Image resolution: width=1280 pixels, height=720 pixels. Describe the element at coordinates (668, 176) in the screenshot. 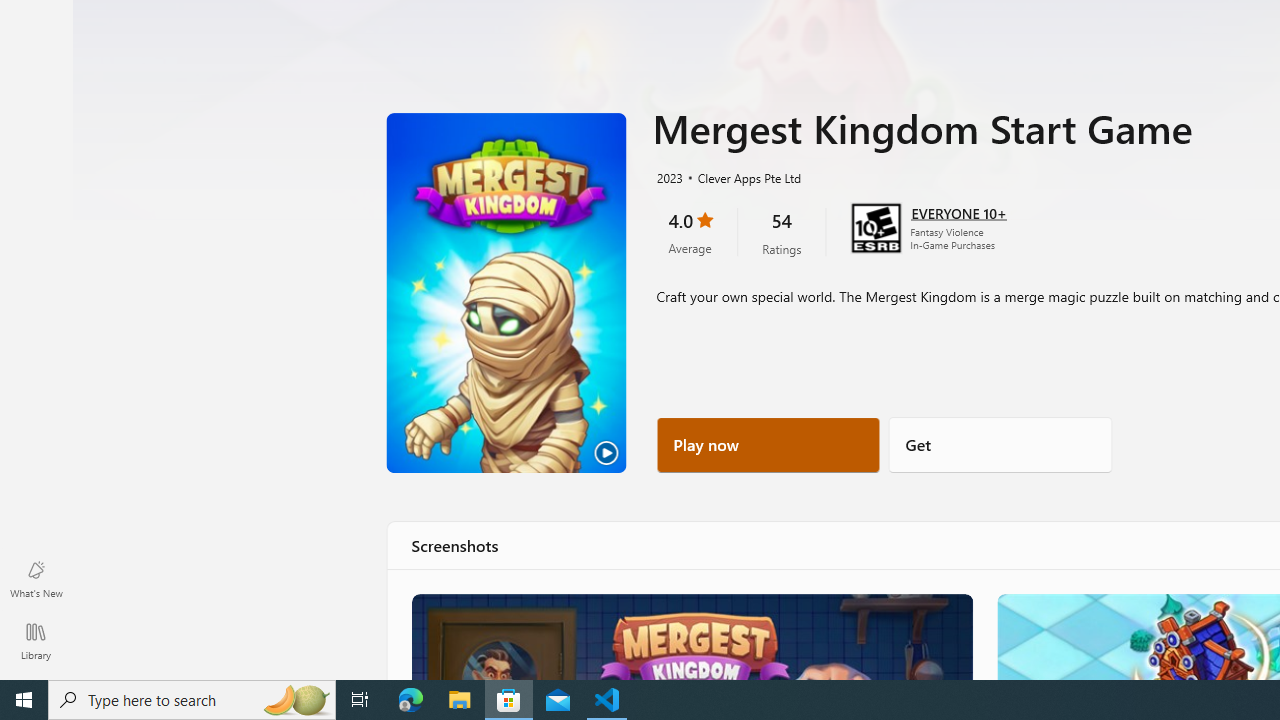

I see `'2023'` at that location.